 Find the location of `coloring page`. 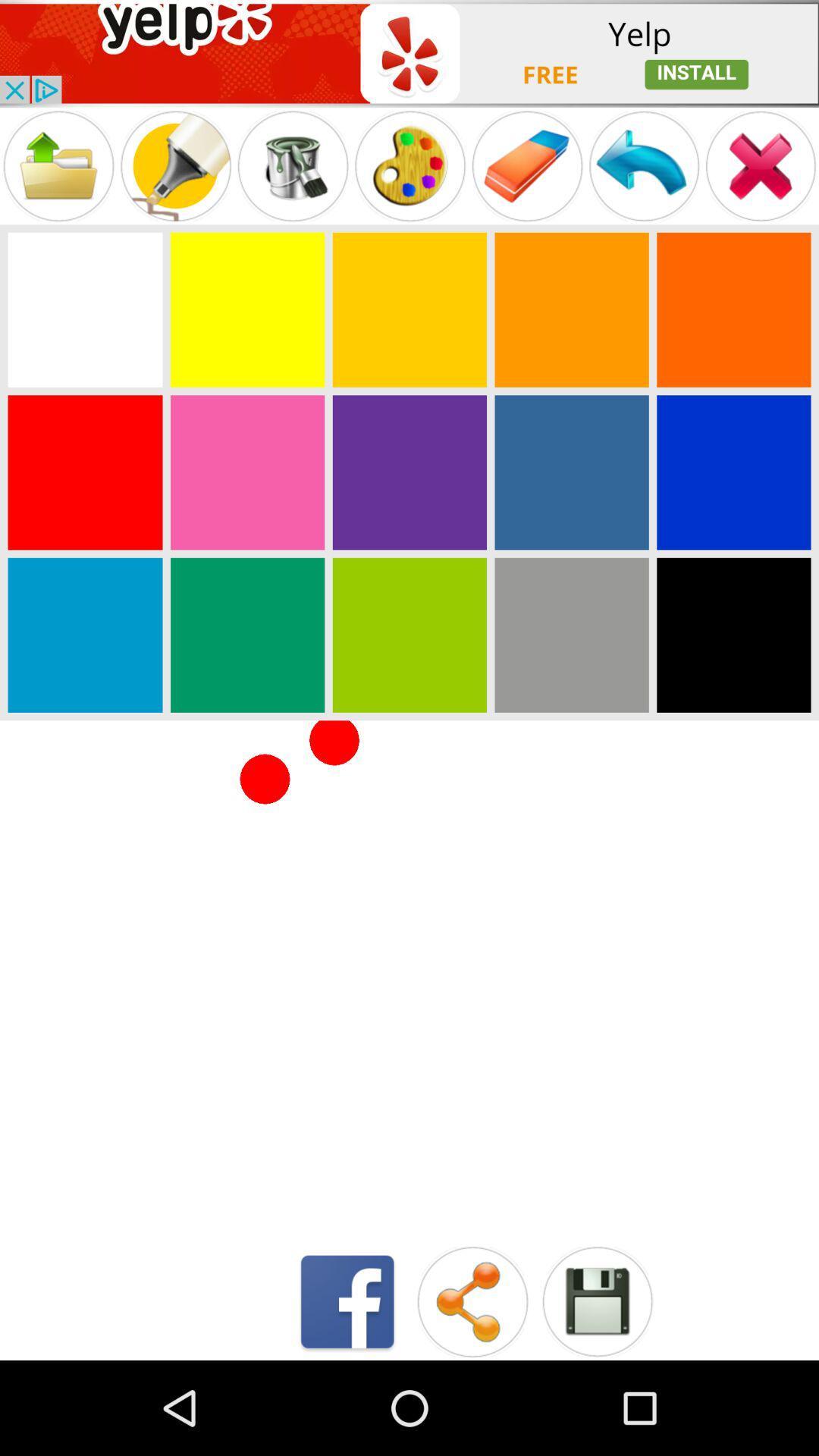

coloring page is located at coordinates (246, 635).